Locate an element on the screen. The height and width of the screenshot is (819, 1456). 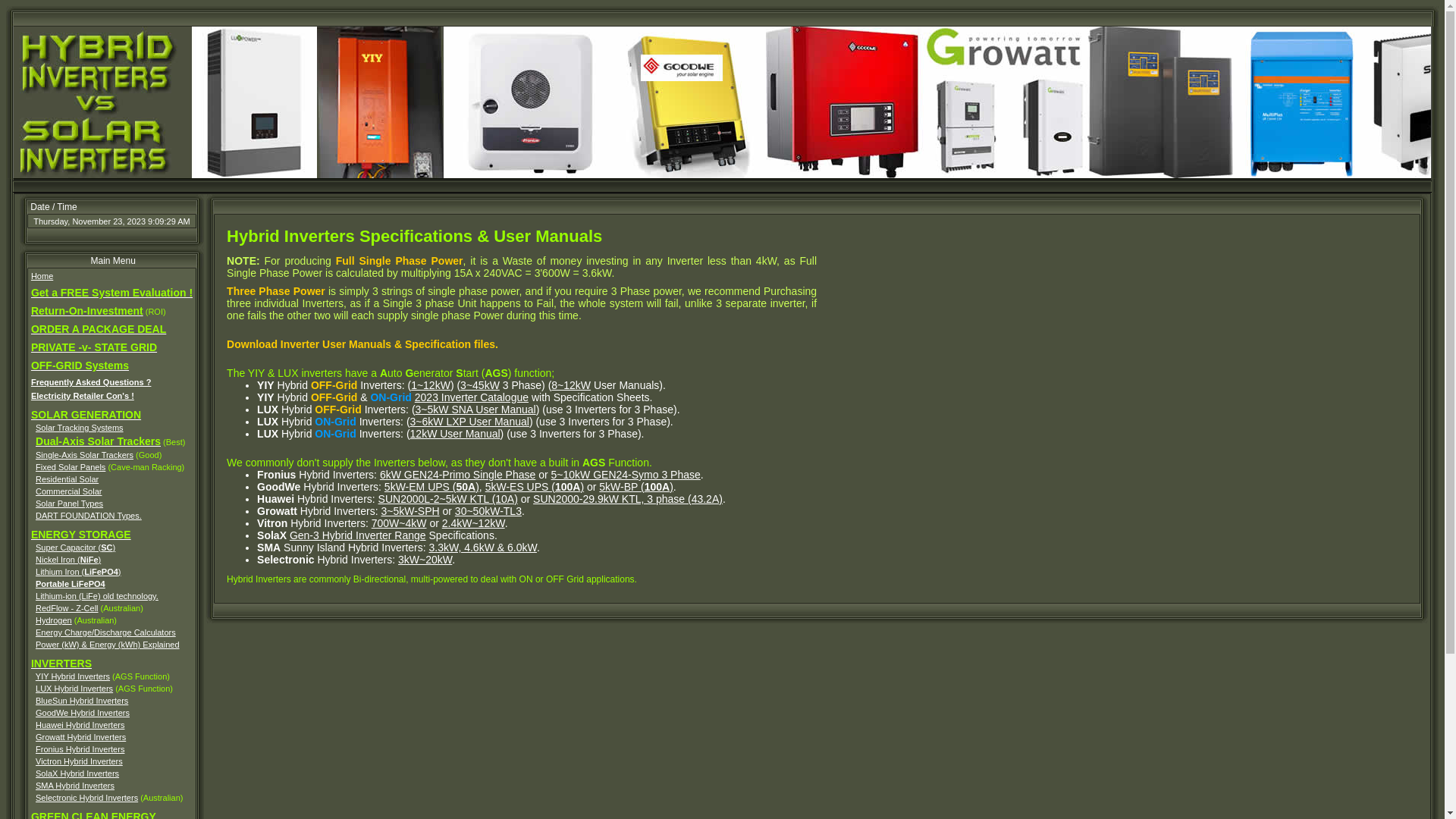
'Super Capacitor (SC)' is located at coordinates (74, 547).